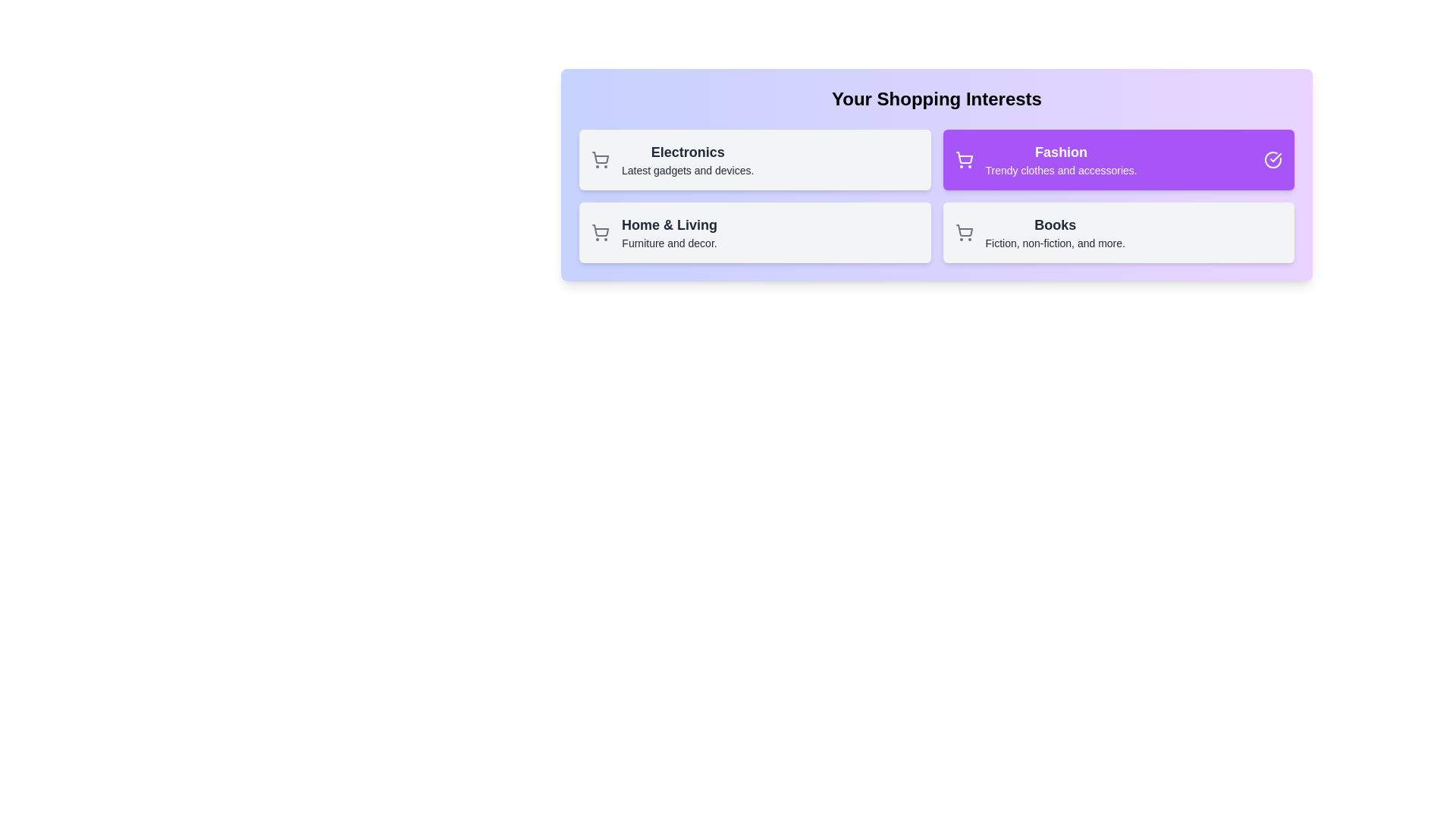  What do you see at coordinates (963, 160) in the screenshot?
I see `the icon for the category Fashion to toggle its state` at bounding box center [963, 160].